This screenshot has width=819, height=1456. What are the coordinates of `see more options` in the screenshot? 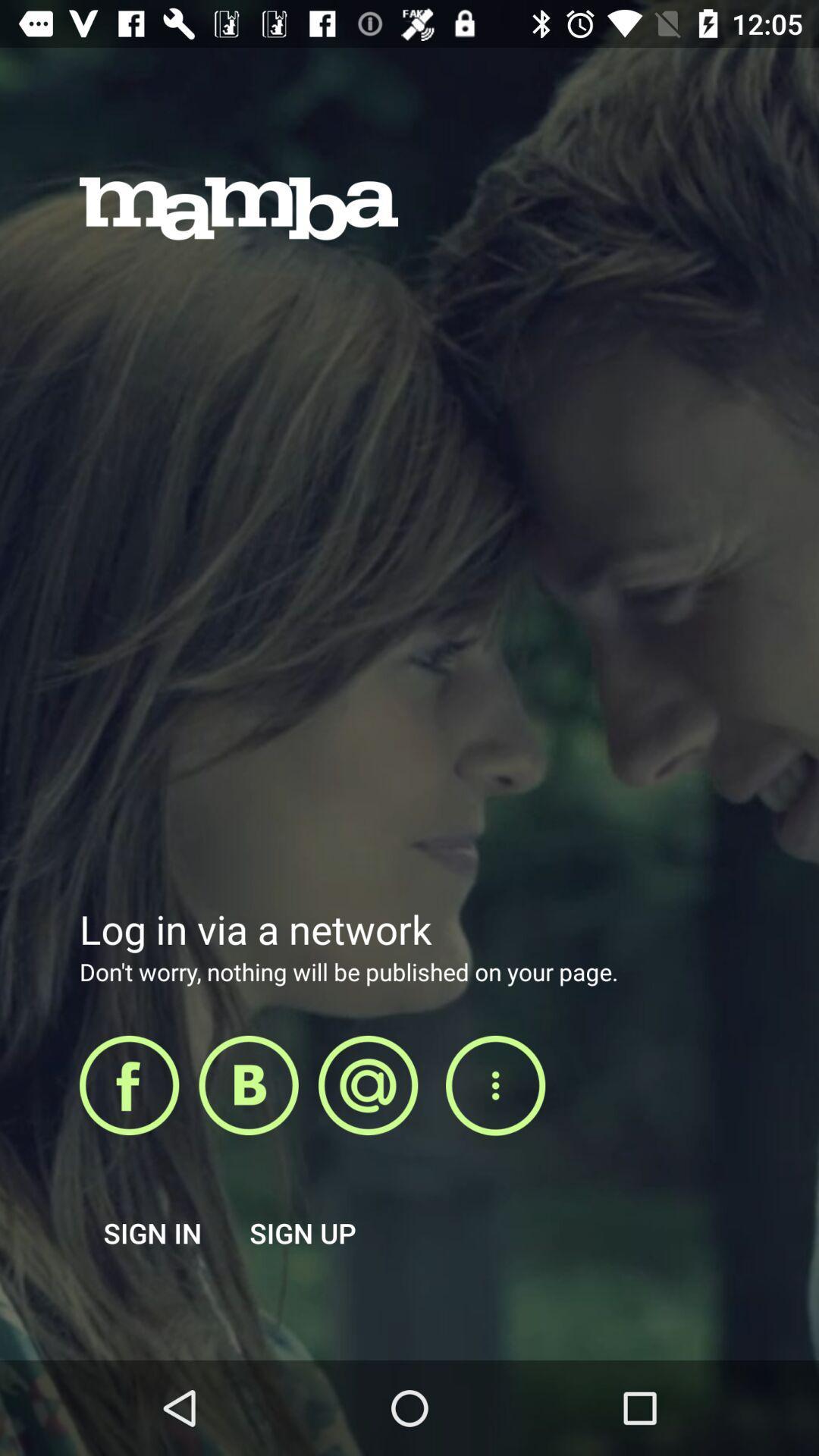 It's located at (495, 1085).